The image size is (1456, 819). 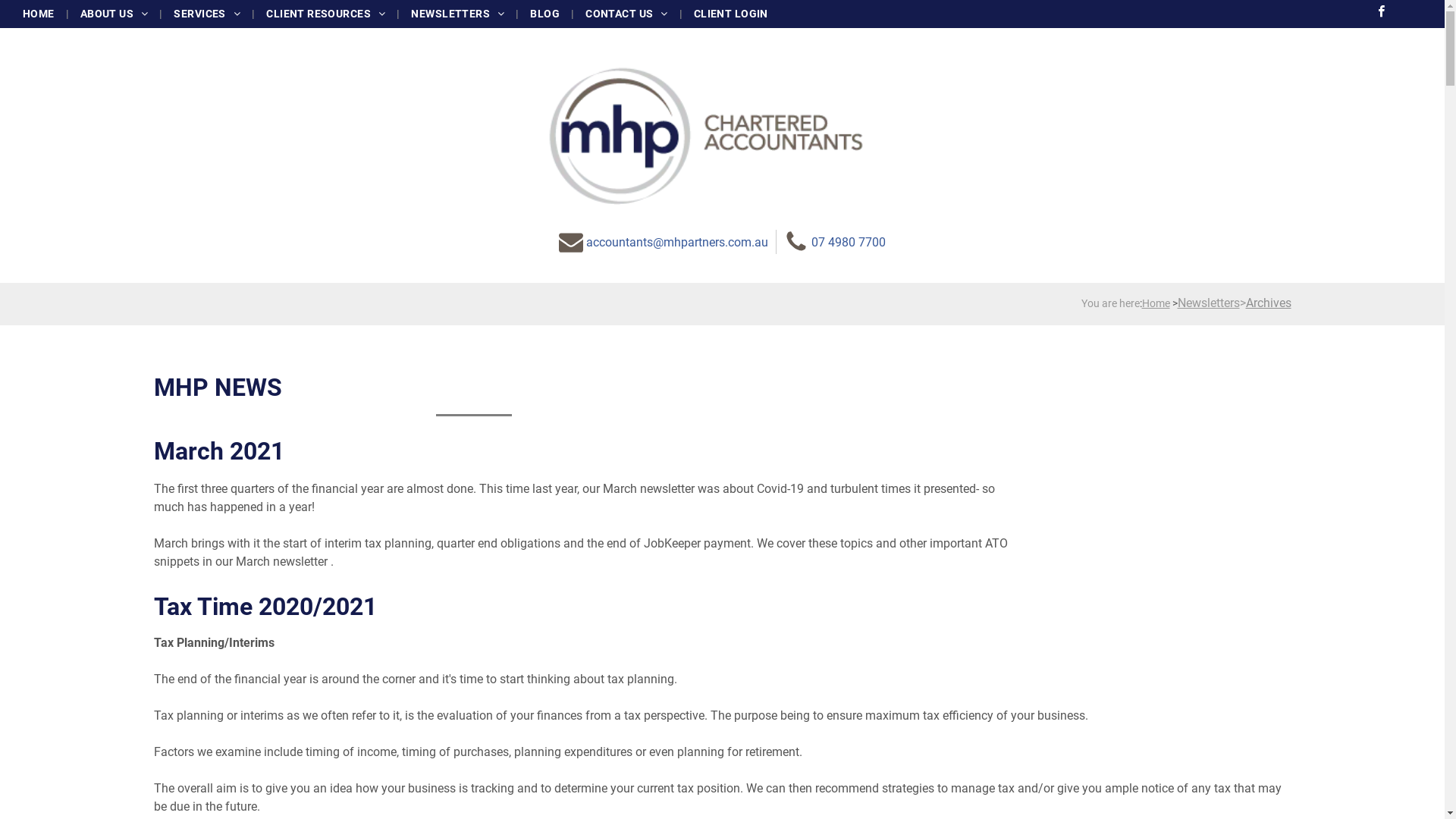 I want to click on 'Newsletters', so click(x=1207, y=303).